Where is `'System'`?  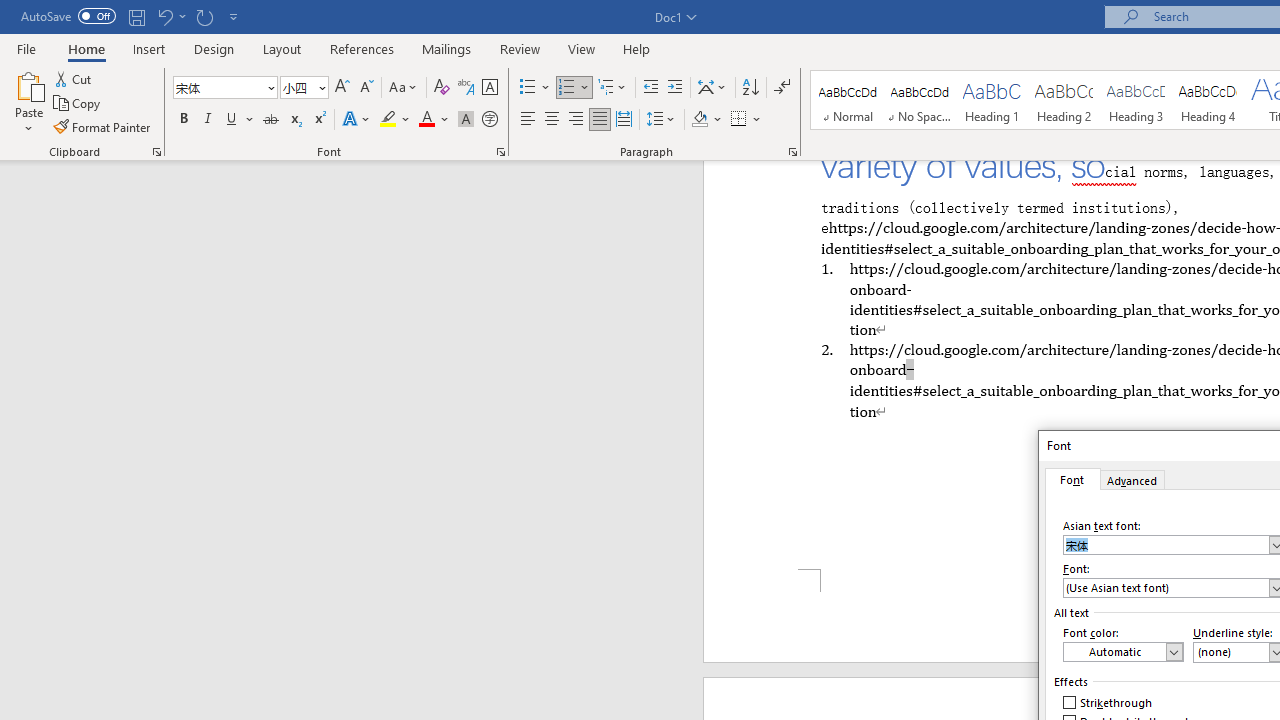 'System' is located at coordinates (10, 11).